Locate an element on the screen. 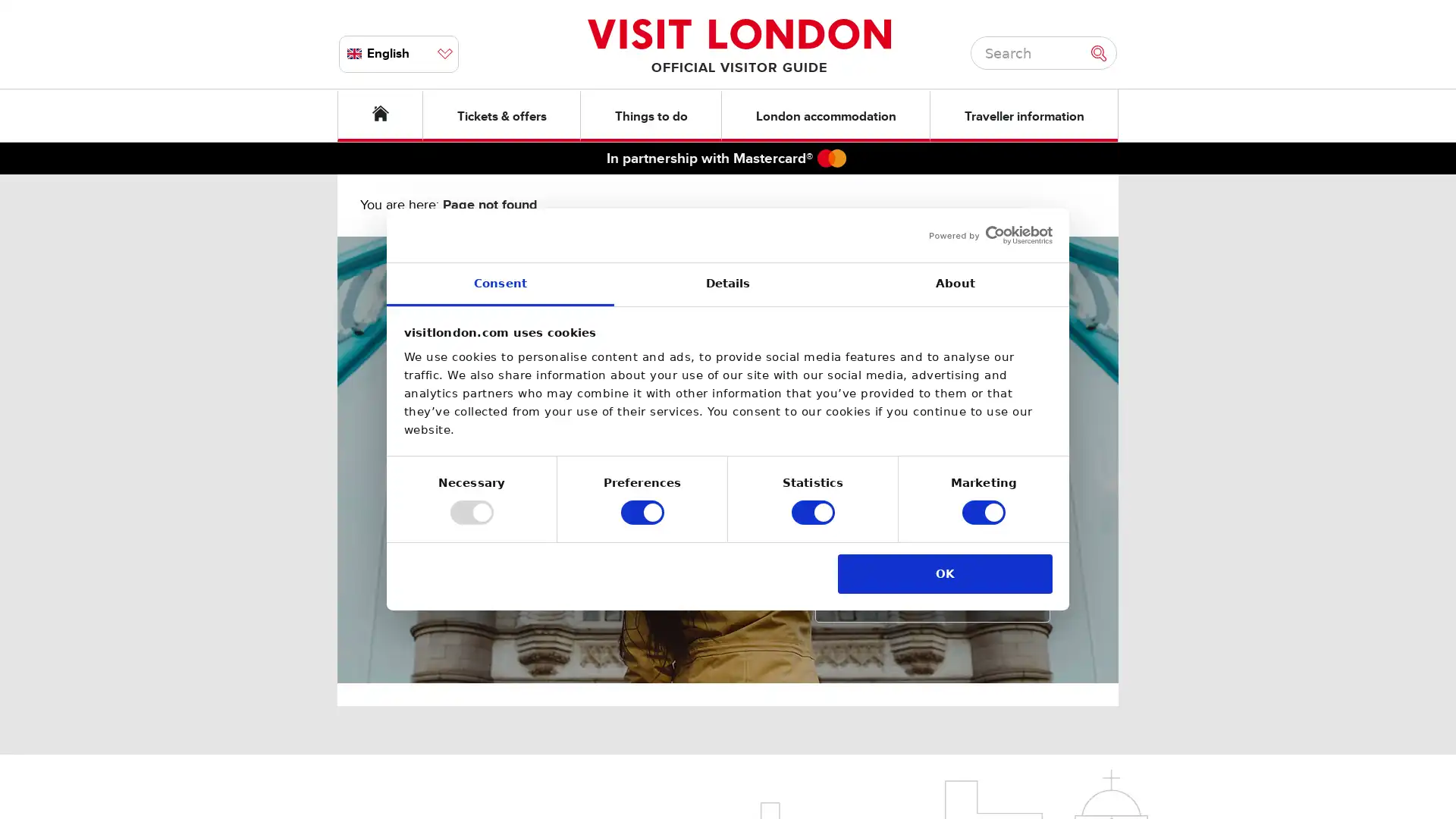  Search is located at coordinates (1103, 52).